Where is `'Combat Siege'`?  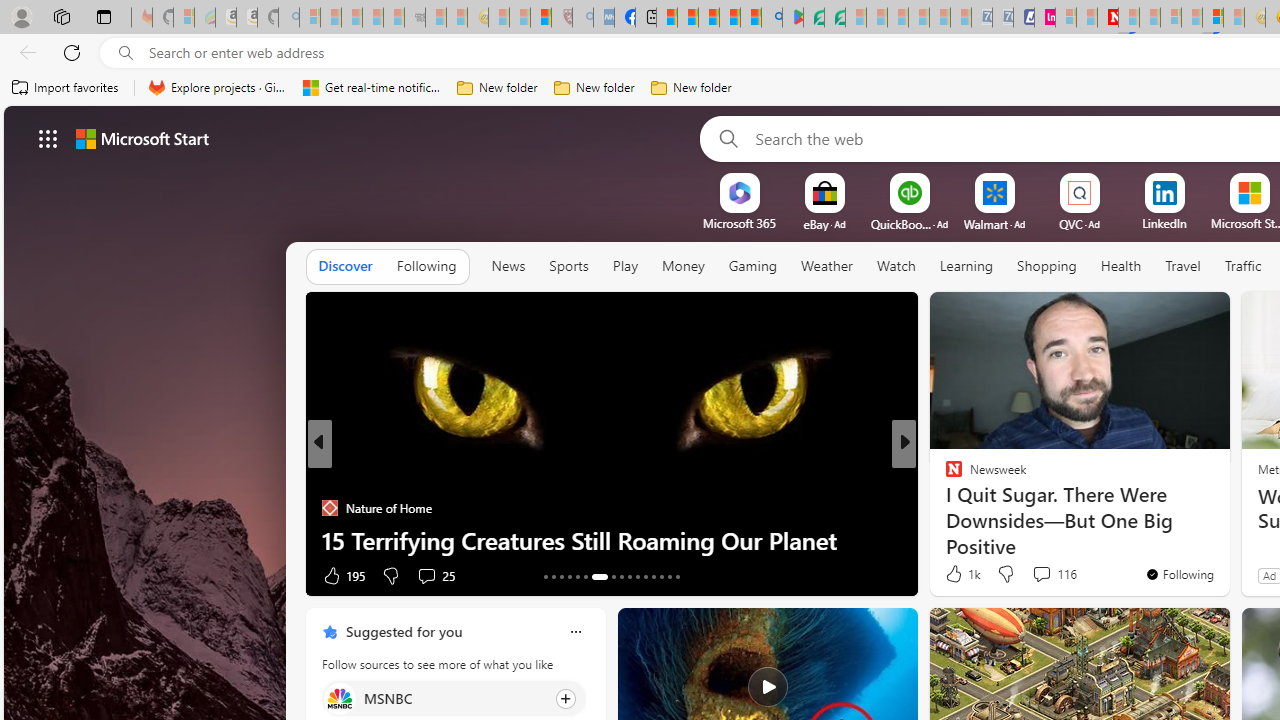
'Combat Siege' is located at coordinates (413, 17).